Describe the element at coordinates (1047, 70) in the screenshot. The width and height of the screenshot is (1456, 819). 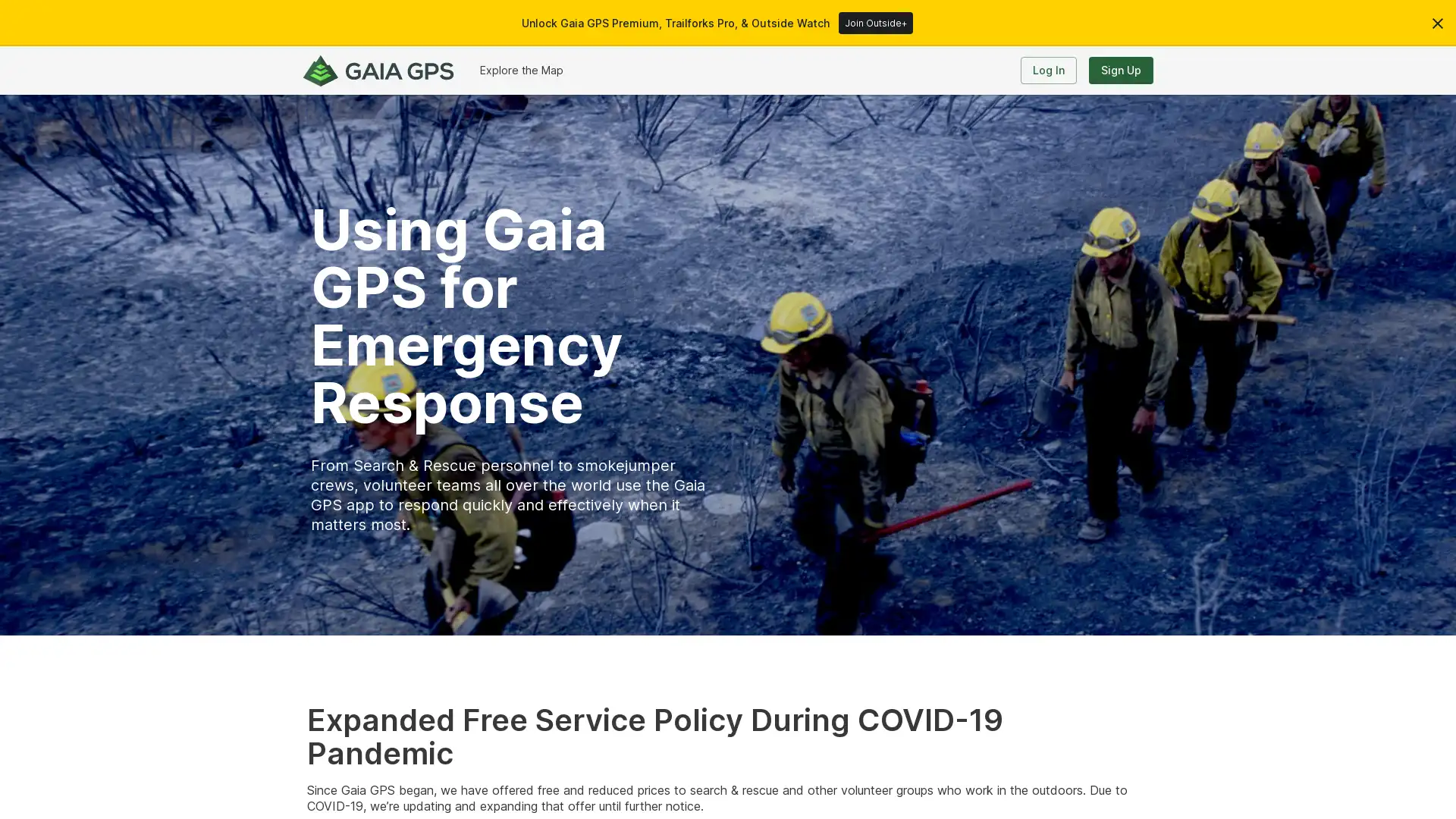
I see `Log In` at that location.